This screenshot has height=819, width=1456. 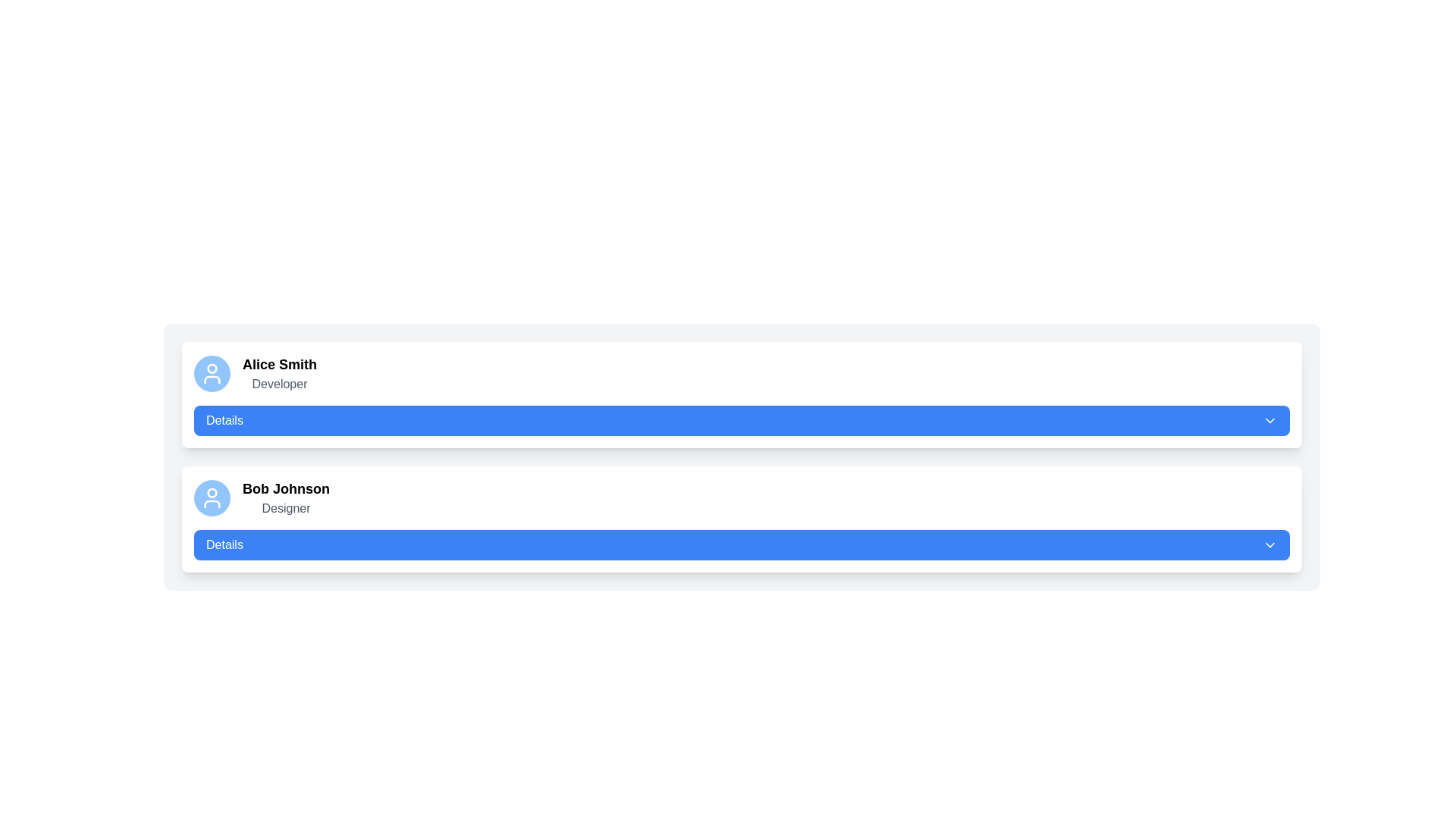 What do you see at coordinates (1270, 421) in the screenshot?
I see `the collapsible icon located in the top-right corner of the 'Details' button for 'Alice Smith, Developer'` at bounding box center [1270, 421].